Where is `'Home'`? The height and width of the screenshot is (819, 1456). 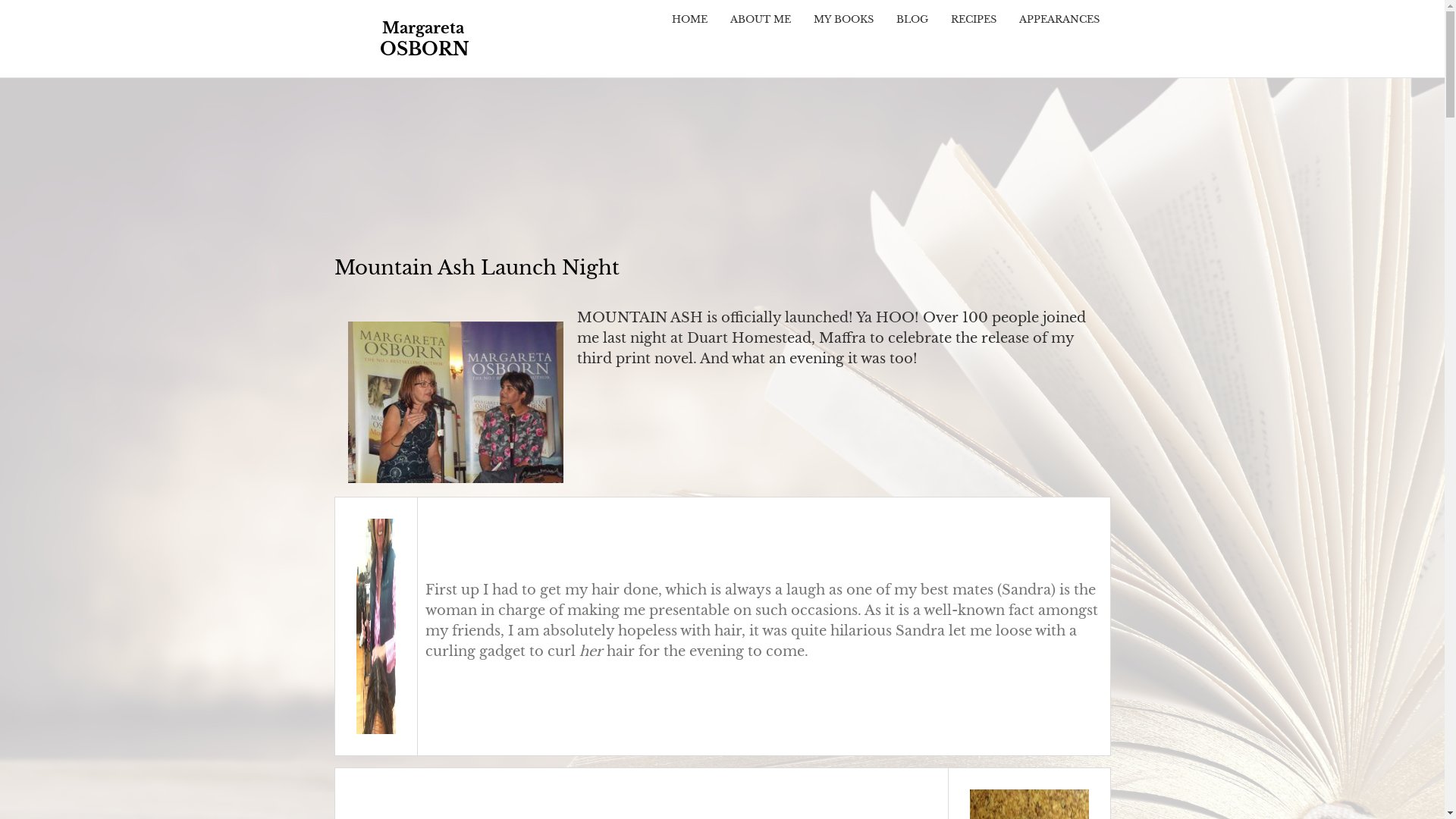
'Home' is located at coordinates (333, 37).